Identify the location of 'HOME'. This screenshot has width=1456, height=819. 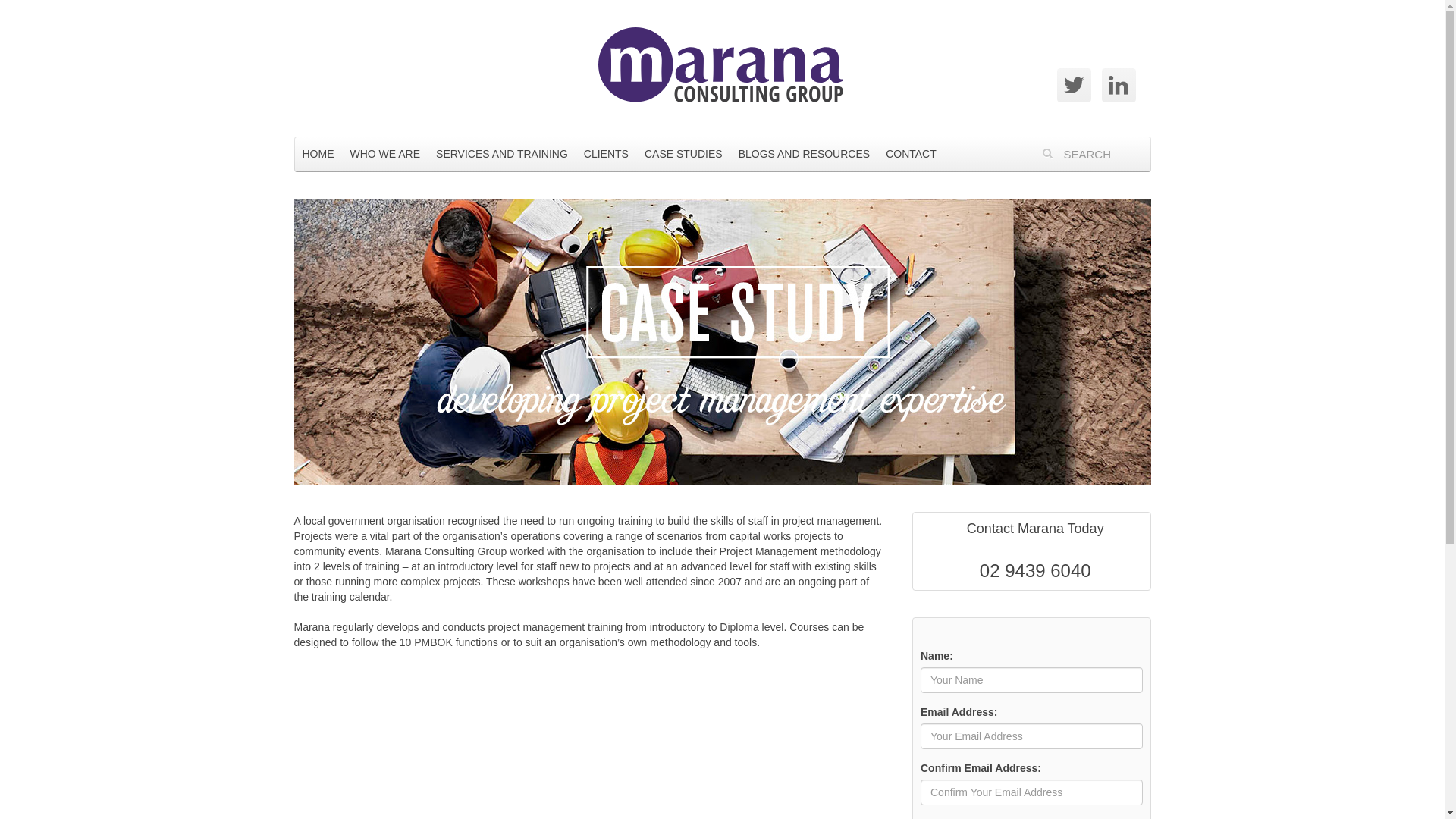
(318, 154).